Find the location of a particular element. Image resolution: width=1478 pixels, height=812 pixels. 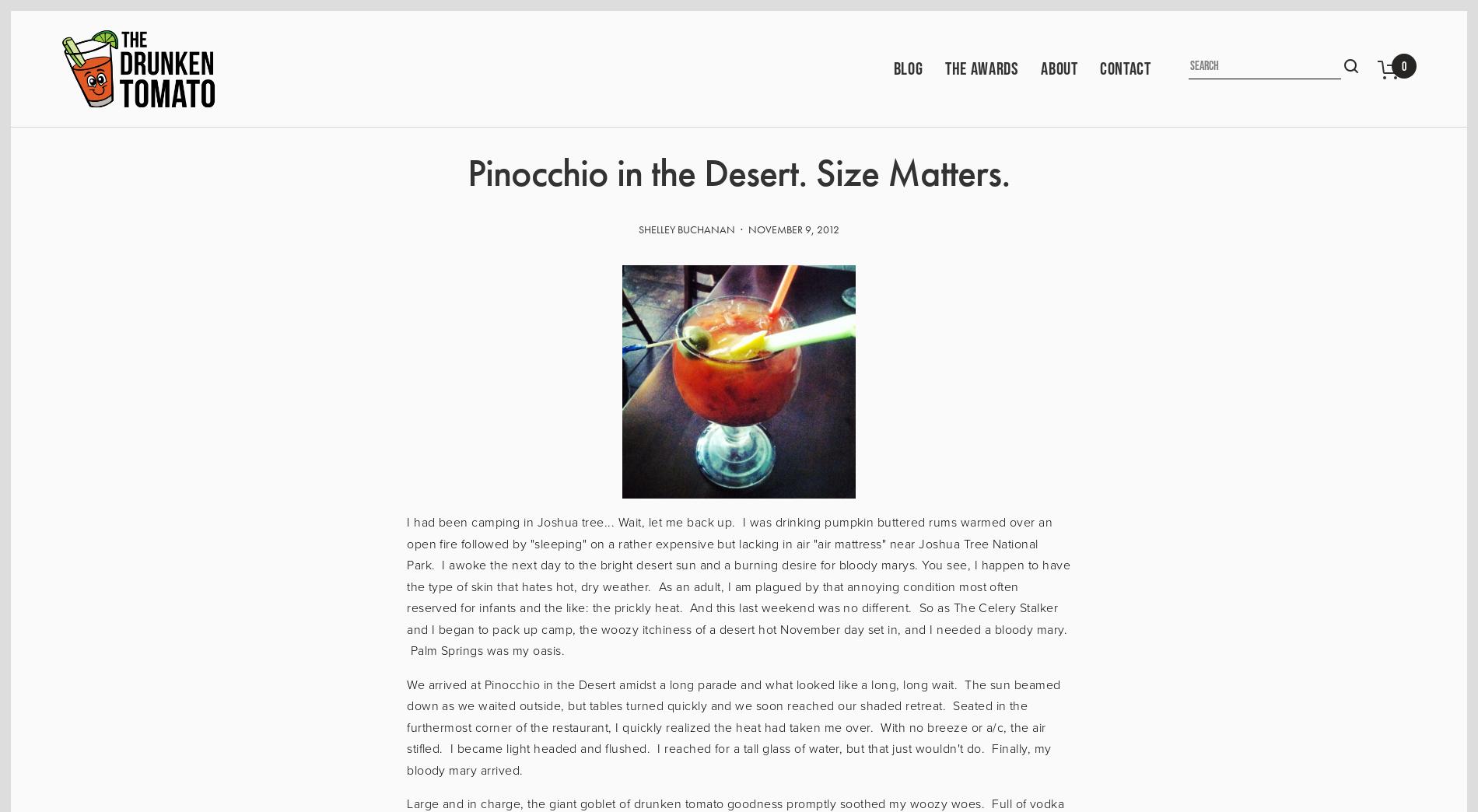

'About' is located at coordinates (1058, 67).